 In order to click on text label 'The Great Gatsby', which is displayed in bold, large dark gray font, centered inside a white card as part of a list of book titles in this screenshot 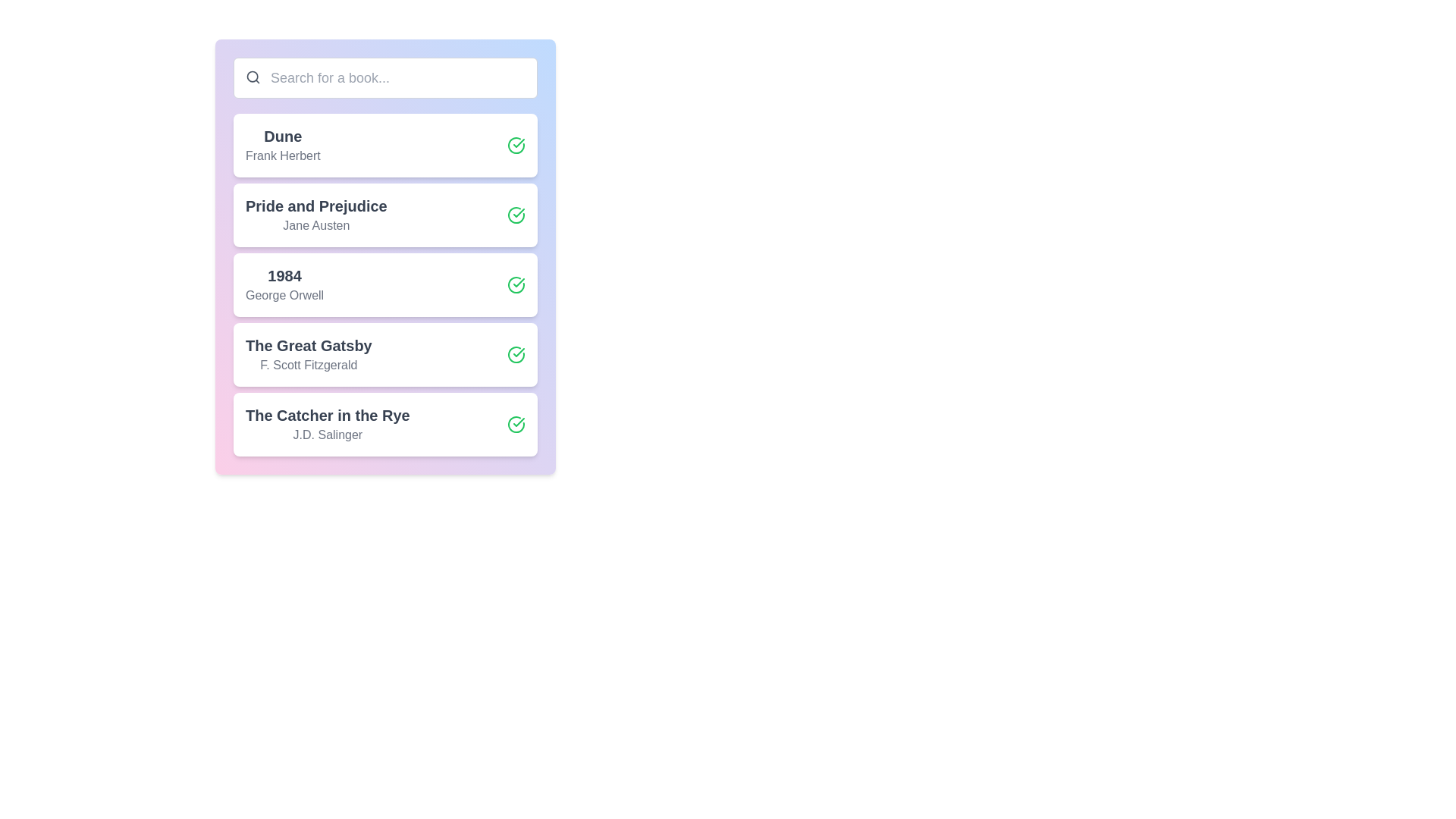, I will do `click(308, 345)`.